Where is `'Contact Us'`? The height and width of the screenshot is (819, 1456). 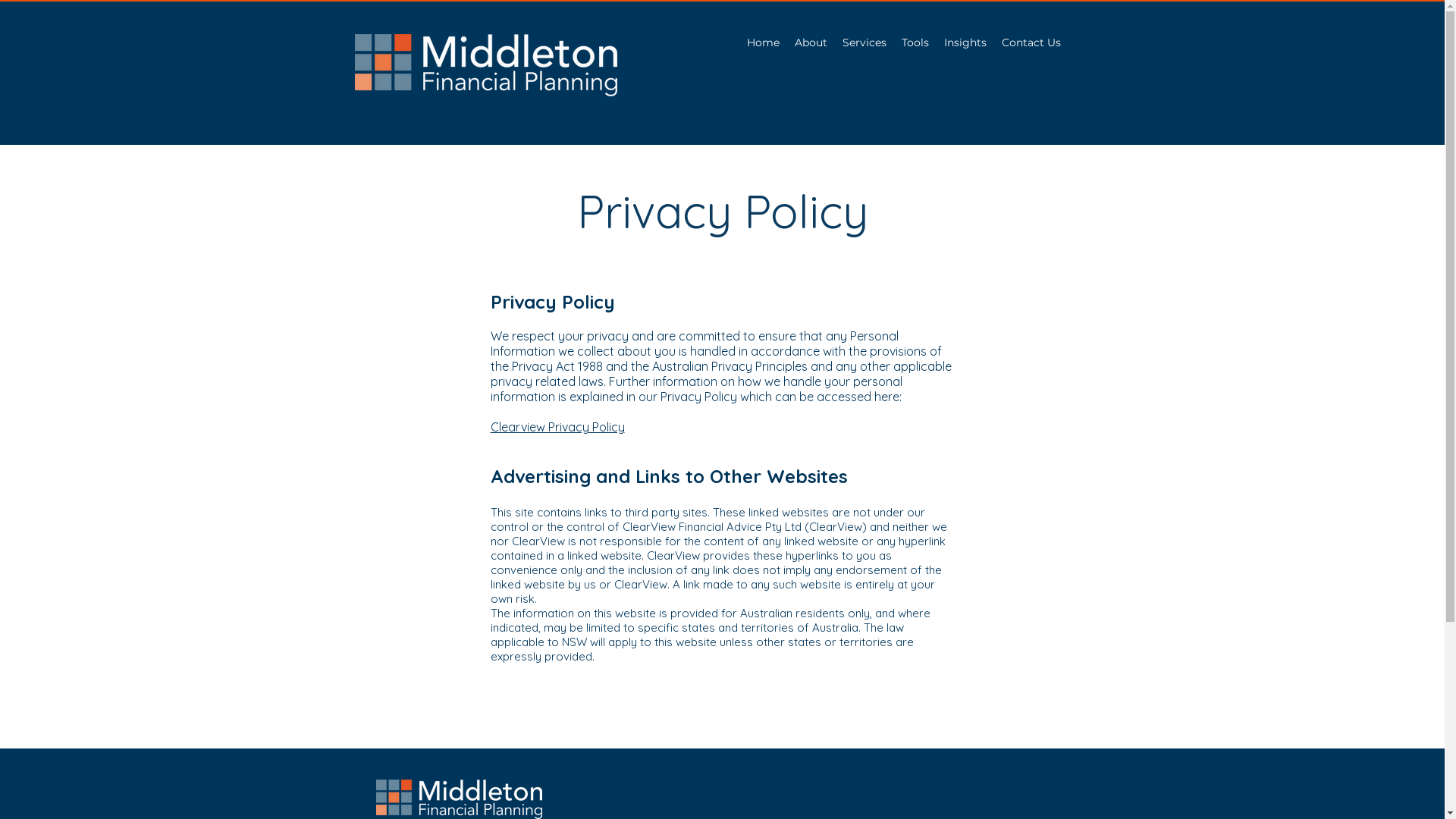 'Contact Us' is located at coordinates (1030, 42).